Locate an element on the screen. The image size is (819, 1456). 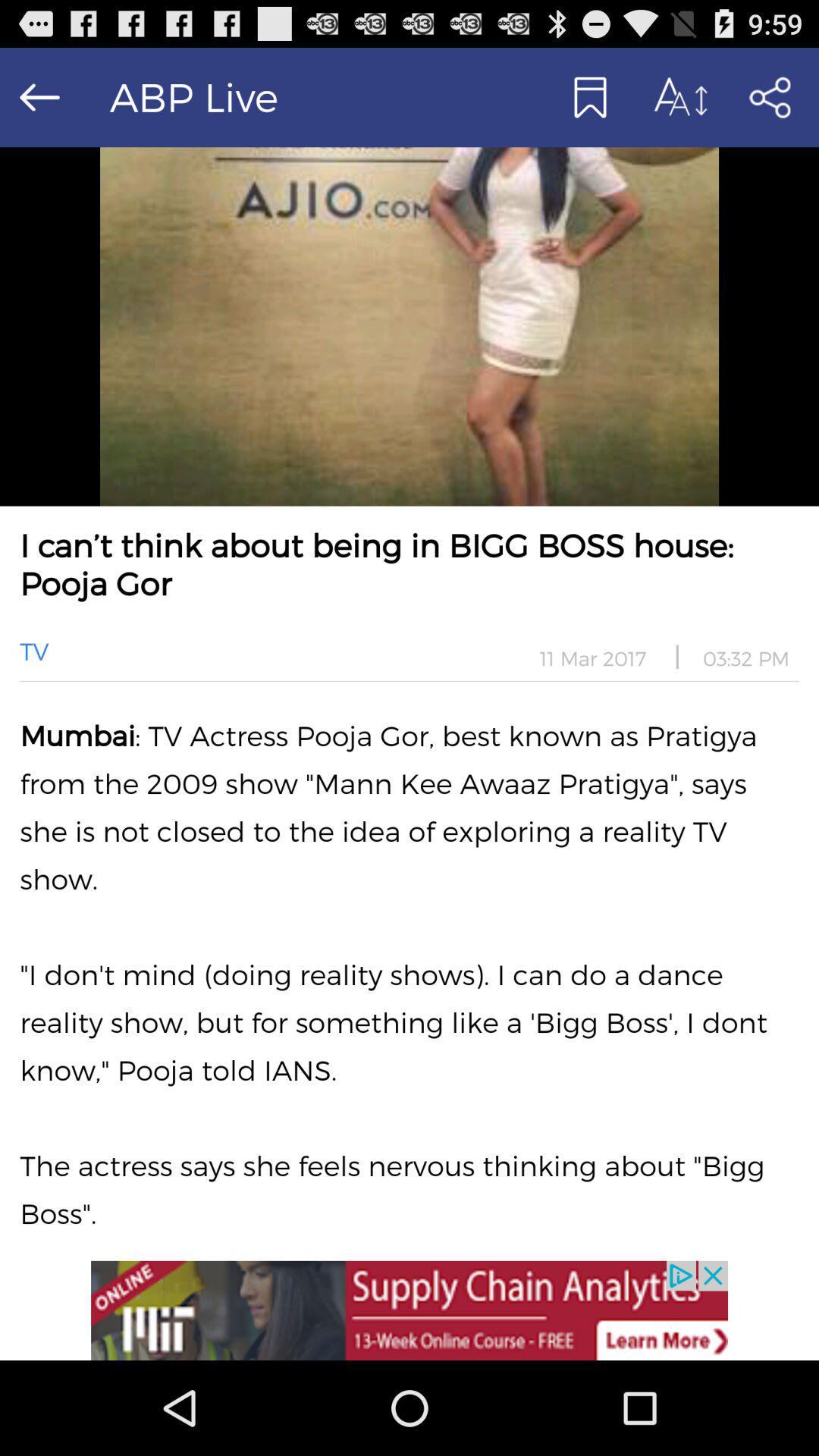
the share icon is located at coordinates (769, 103).